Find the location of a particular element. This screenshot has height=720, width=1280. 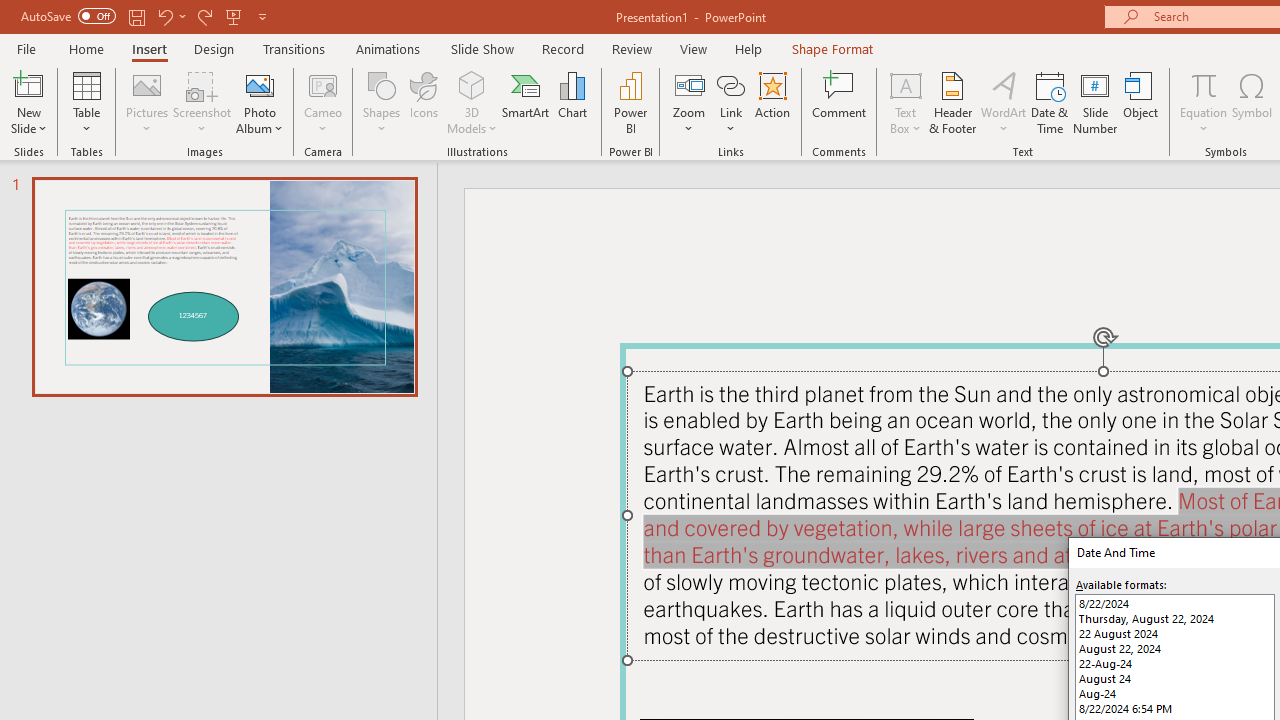

'Animations' is located at coordinates (388, 48).